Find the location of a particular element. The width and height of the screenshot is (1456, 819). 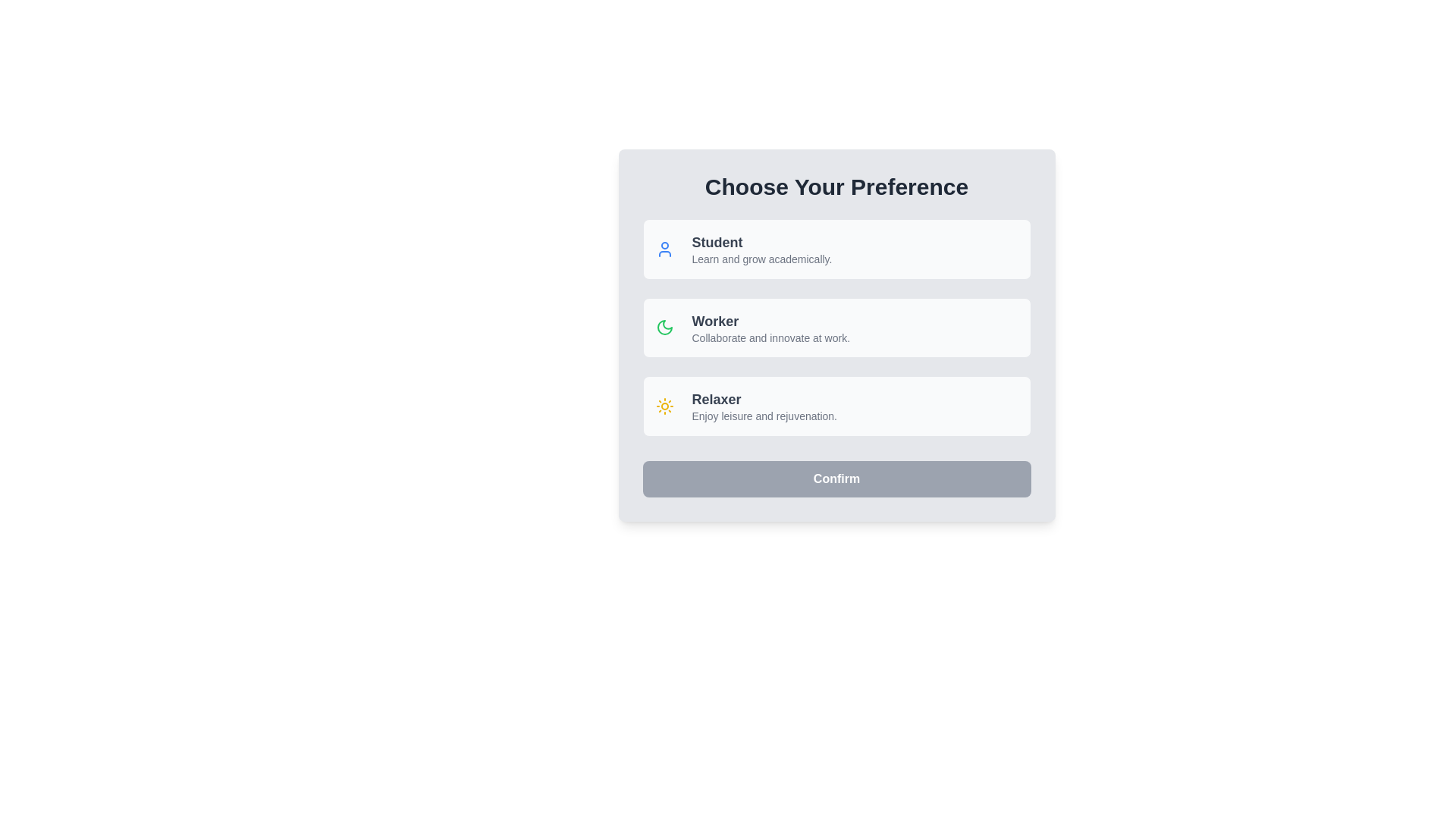

the descriptive text element that provides details about the selection option labeled 'Relaxer', located below the title 'Relaxer' in the bottom section of a vertically stacked list of cards is located at coordinates (764, 416).